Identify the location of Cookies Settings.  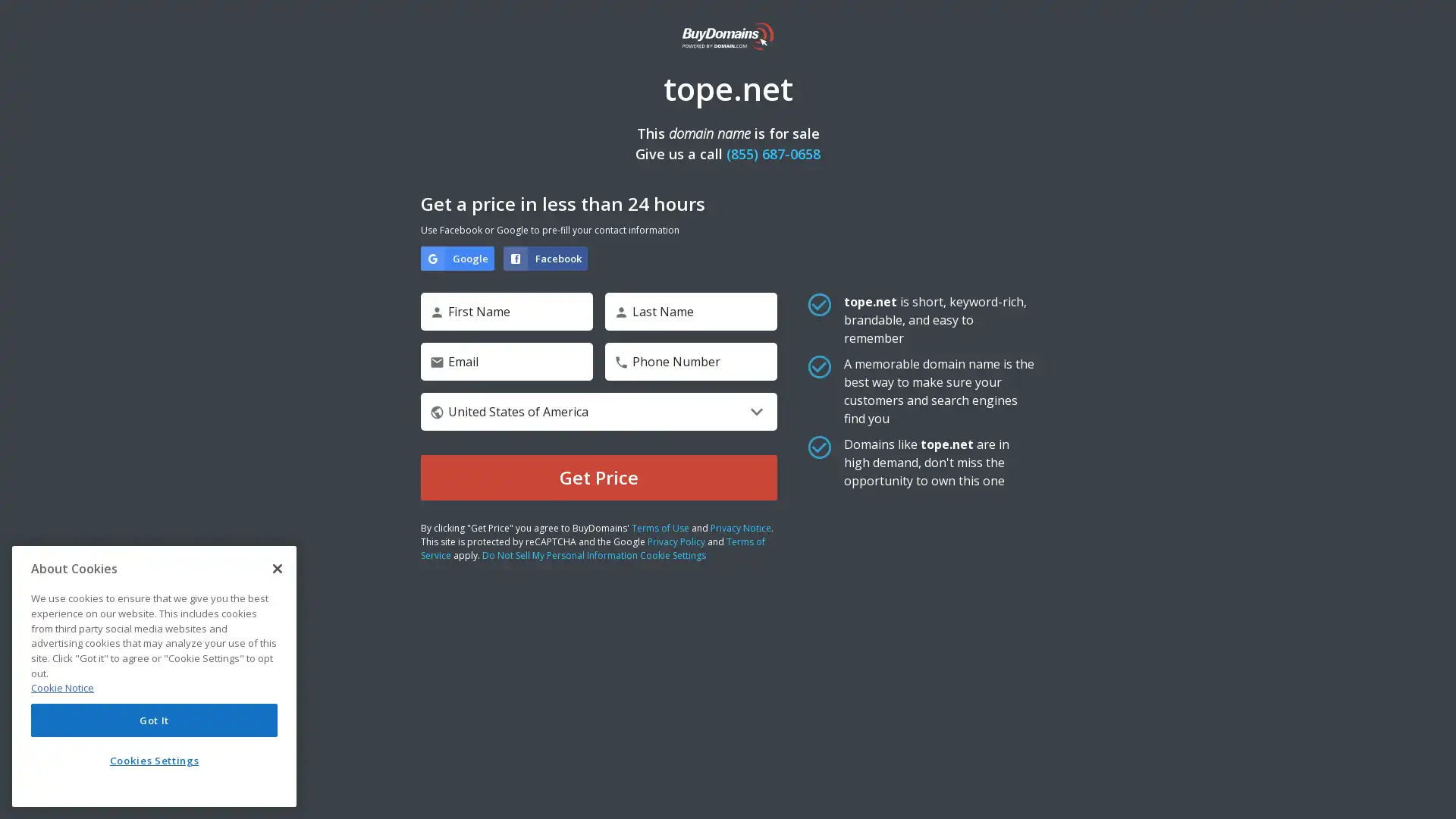
(154, 760).